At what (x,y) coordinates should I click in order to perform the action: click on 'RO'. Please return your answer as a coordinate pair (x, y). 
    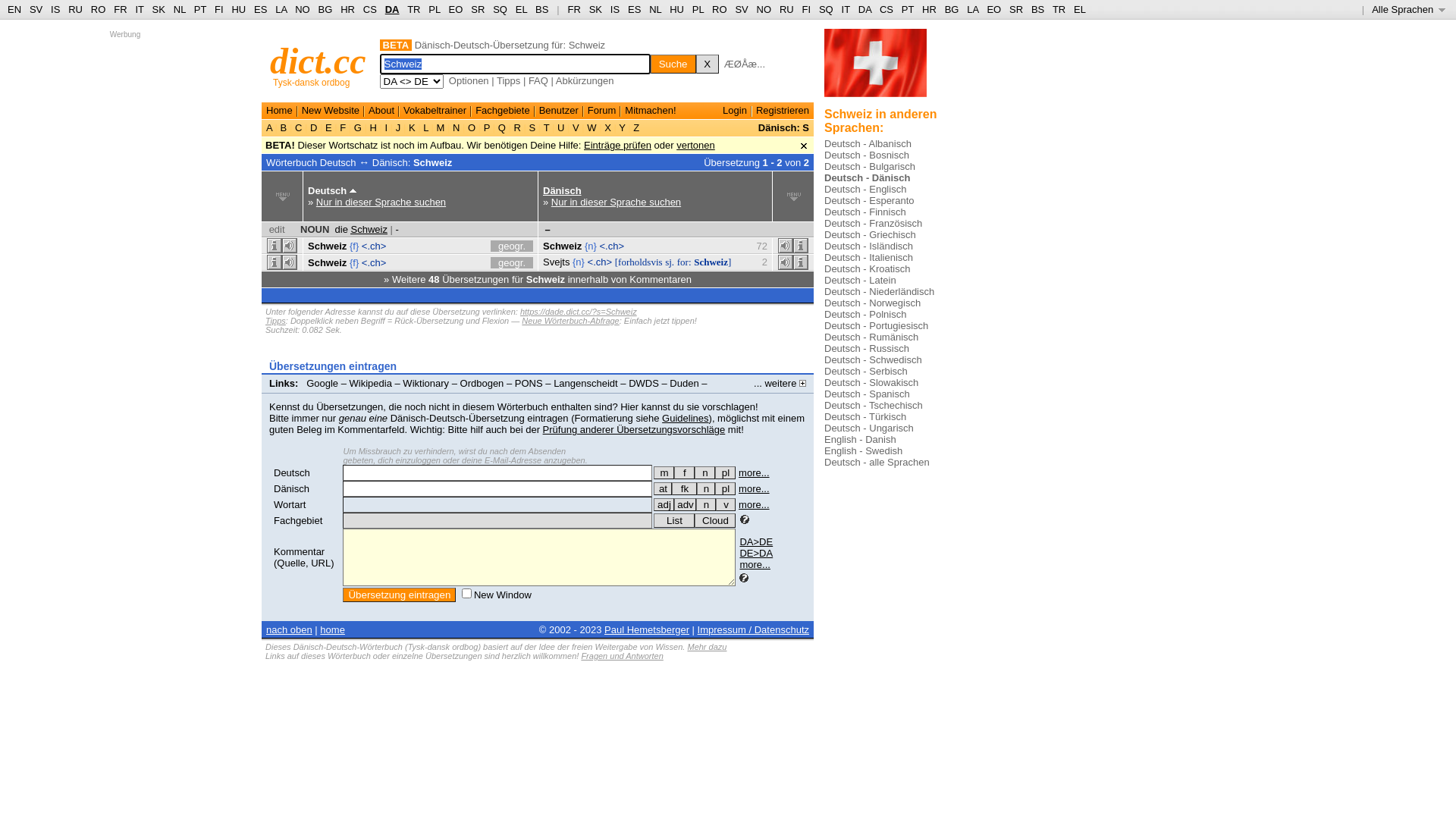
    Looking at the image, I should click on (97, 9).